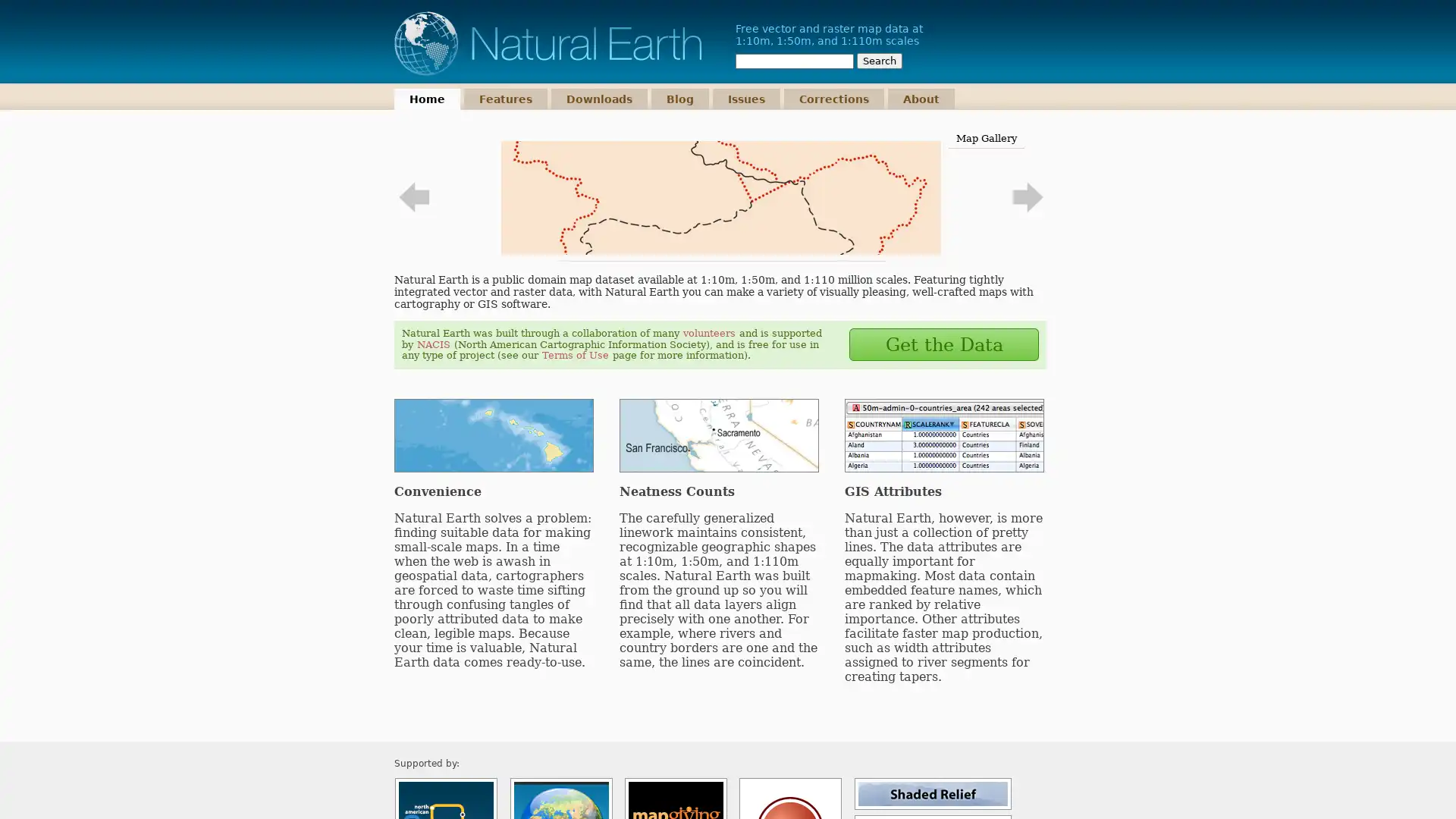  I want to click on Search, so click(880, 60).